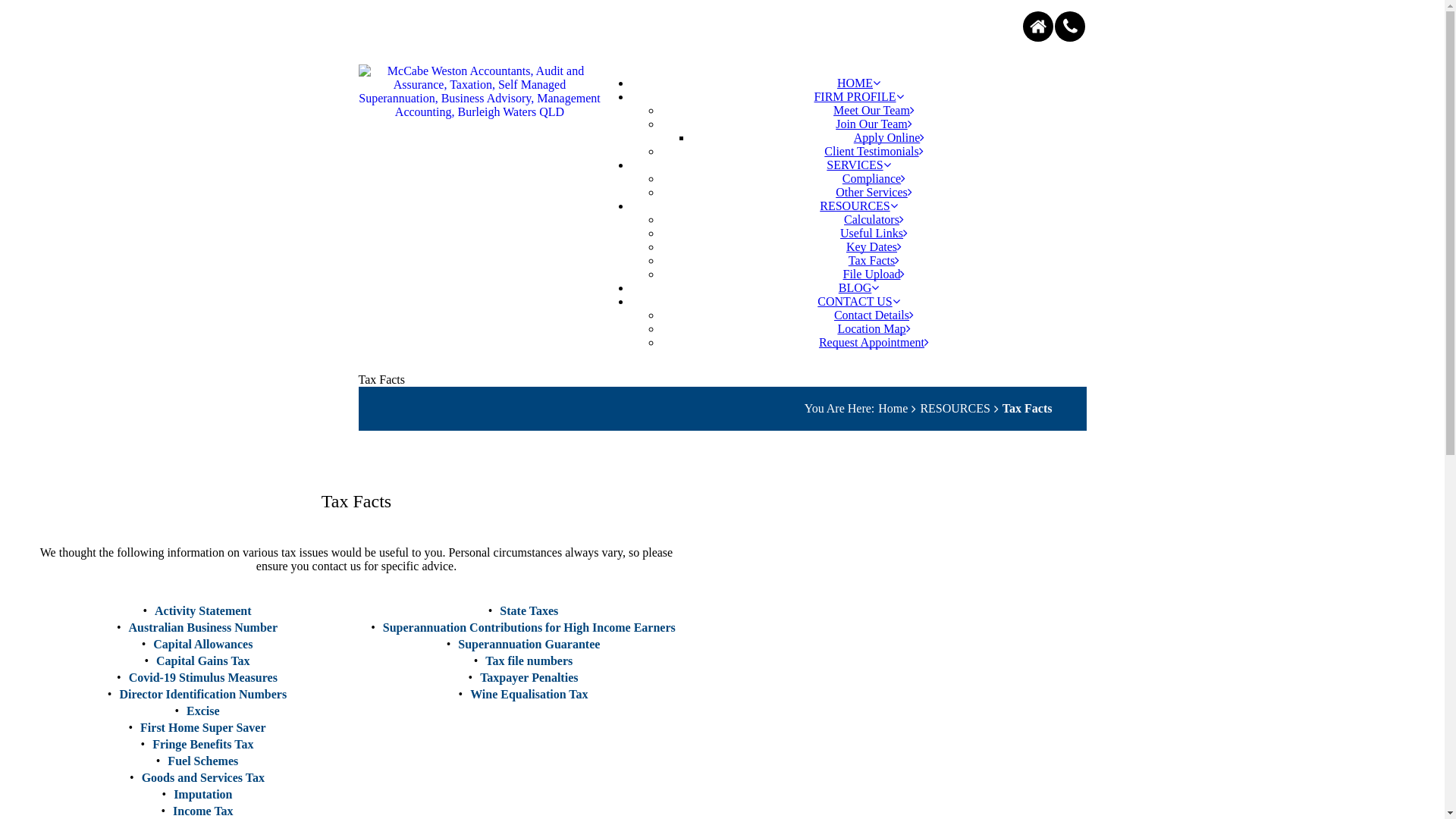  I want to click on 'Location Map', so click(874, 328).